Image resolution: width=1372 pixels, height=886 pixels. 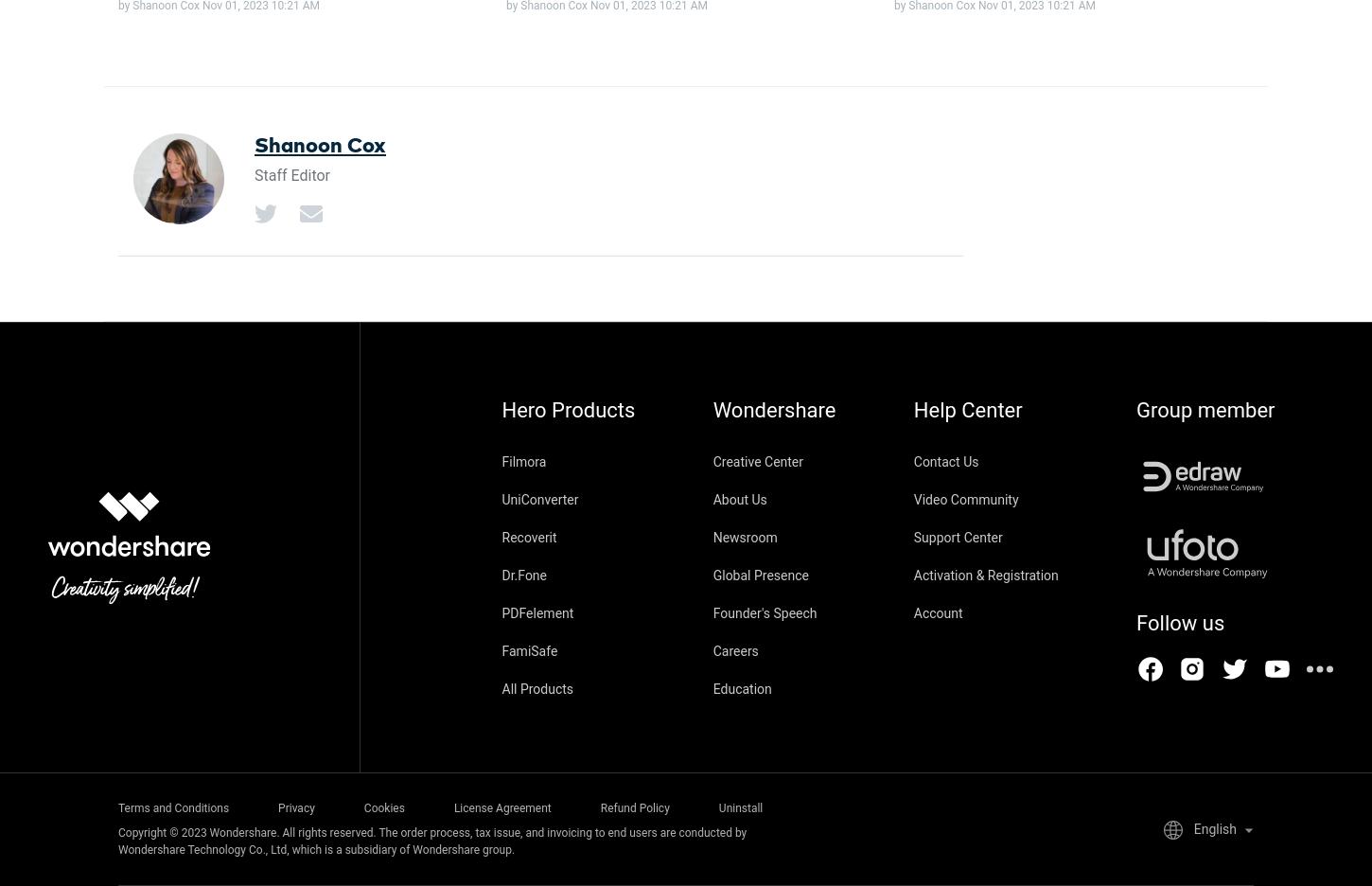 I want to click on 'PDFelement', so click(x=536, y=611).